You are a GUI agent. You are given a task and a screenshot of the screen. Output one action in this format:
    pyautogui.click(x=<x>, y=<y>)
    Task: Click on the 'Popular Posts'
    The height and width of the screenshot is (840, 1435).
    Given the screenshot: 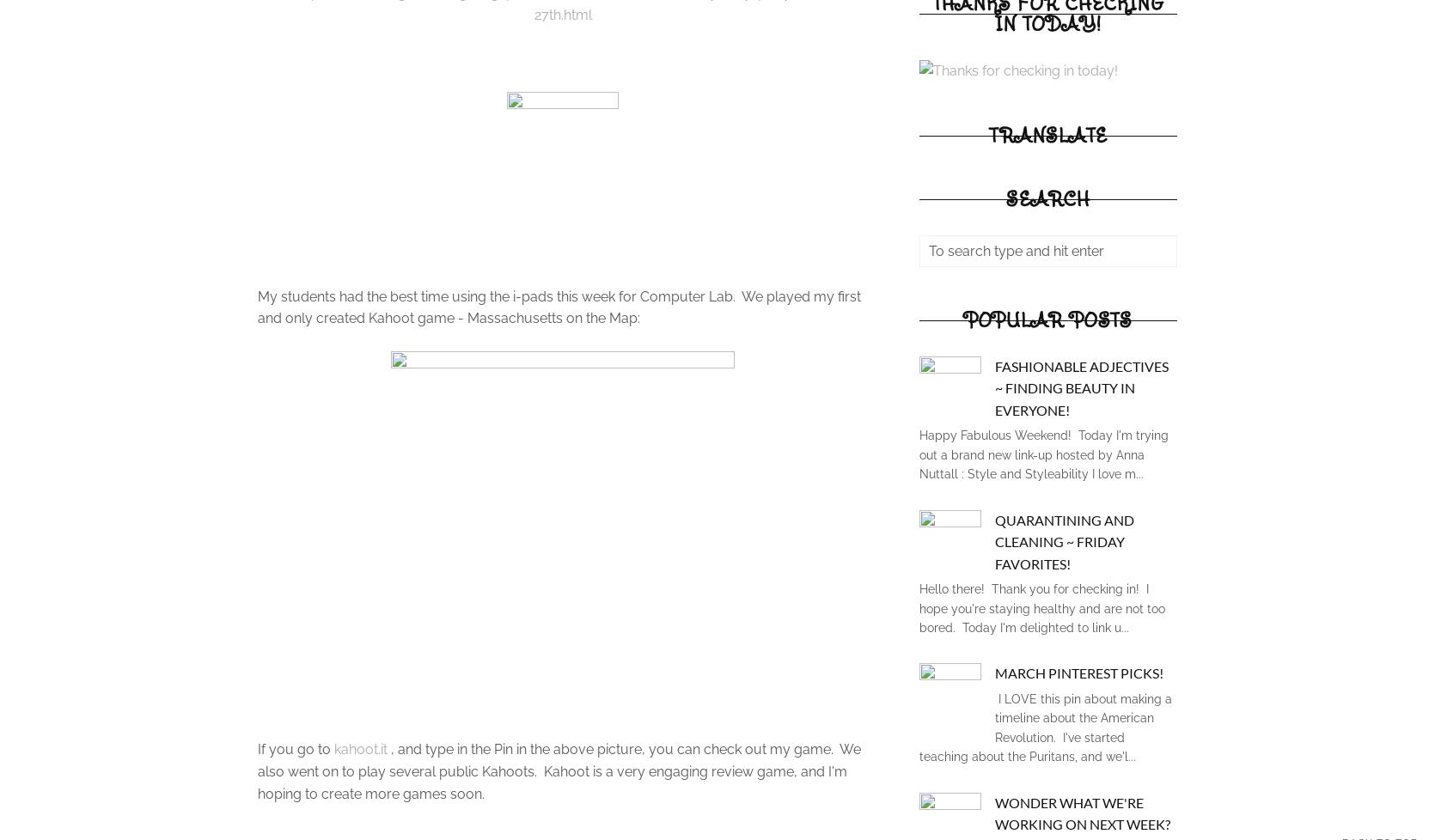 What is the action you would take?
    pyautogui.click(x=1047, y=318)
    